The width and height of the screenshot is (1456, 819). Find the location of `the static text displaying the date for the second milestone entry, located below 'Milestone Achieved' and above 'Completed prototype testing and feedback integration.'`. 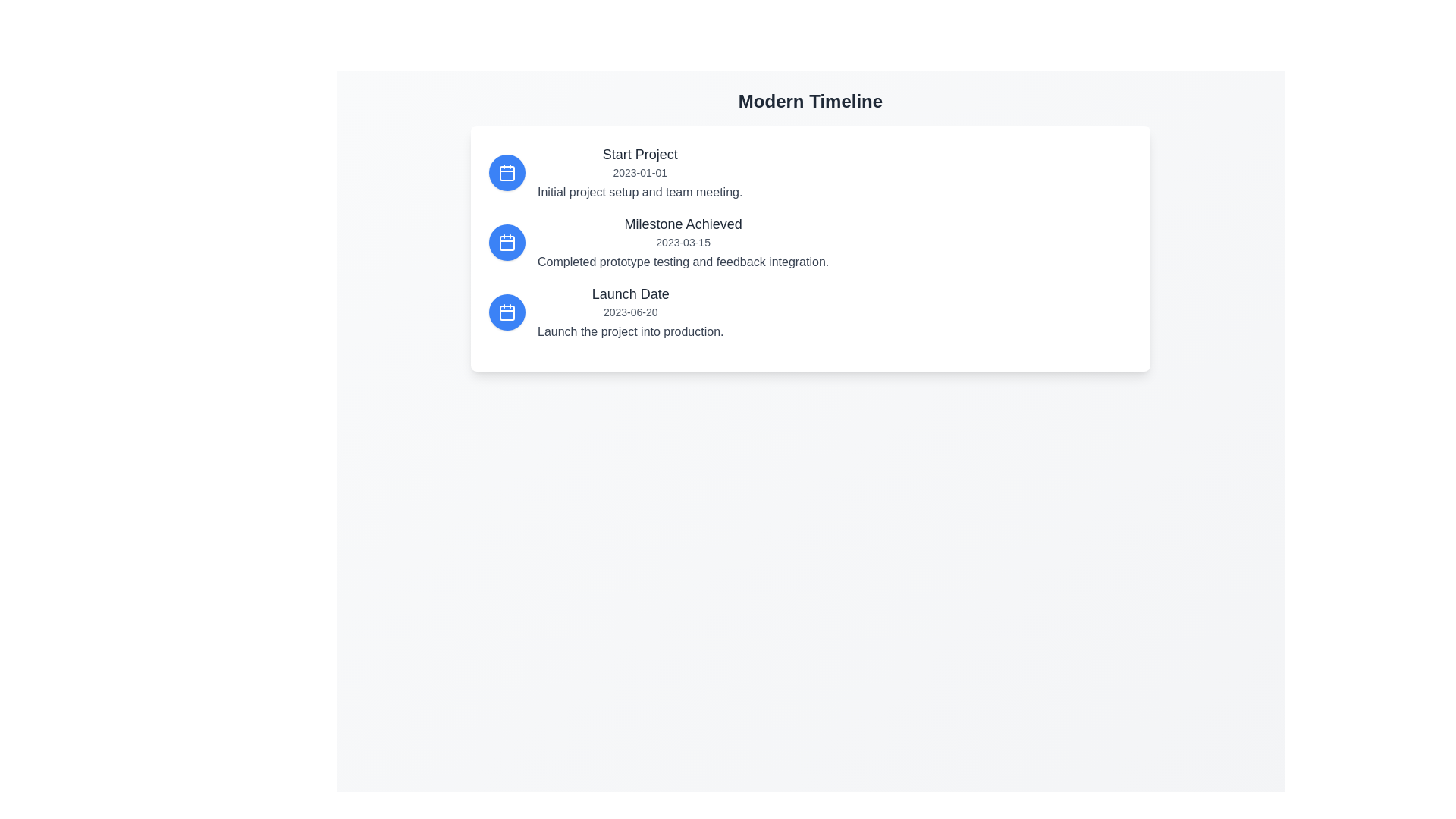

the static text displaying the date for the second milestone entry, located below 'Milestone Achieved' and above 'Completed prototype testing and feedback integration.' is located at coordinates (682, 242).